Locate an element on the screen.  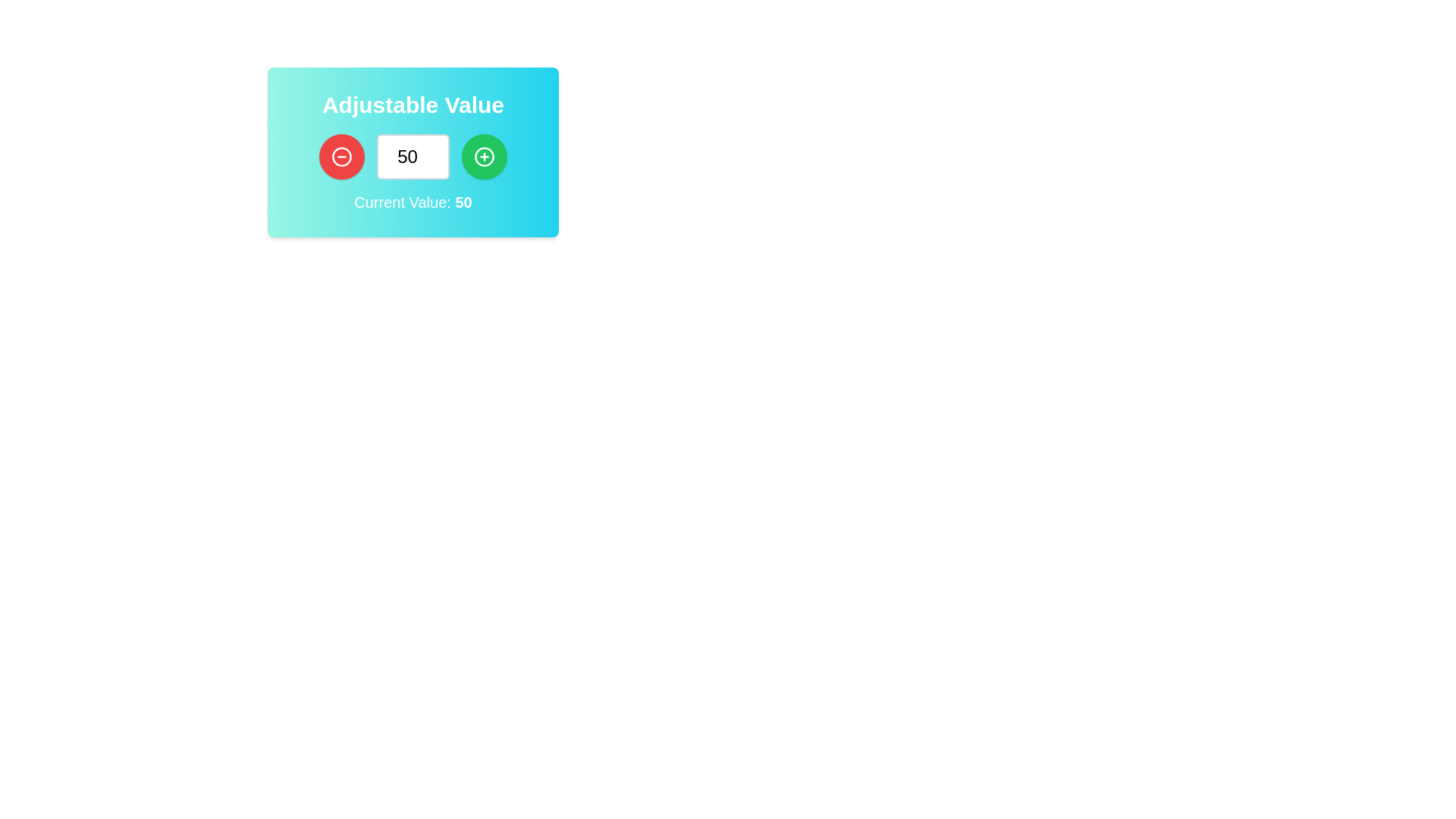
the leftmost decrement button located to the left of the number input field to reduce its value is located at coordinates (341, 157).